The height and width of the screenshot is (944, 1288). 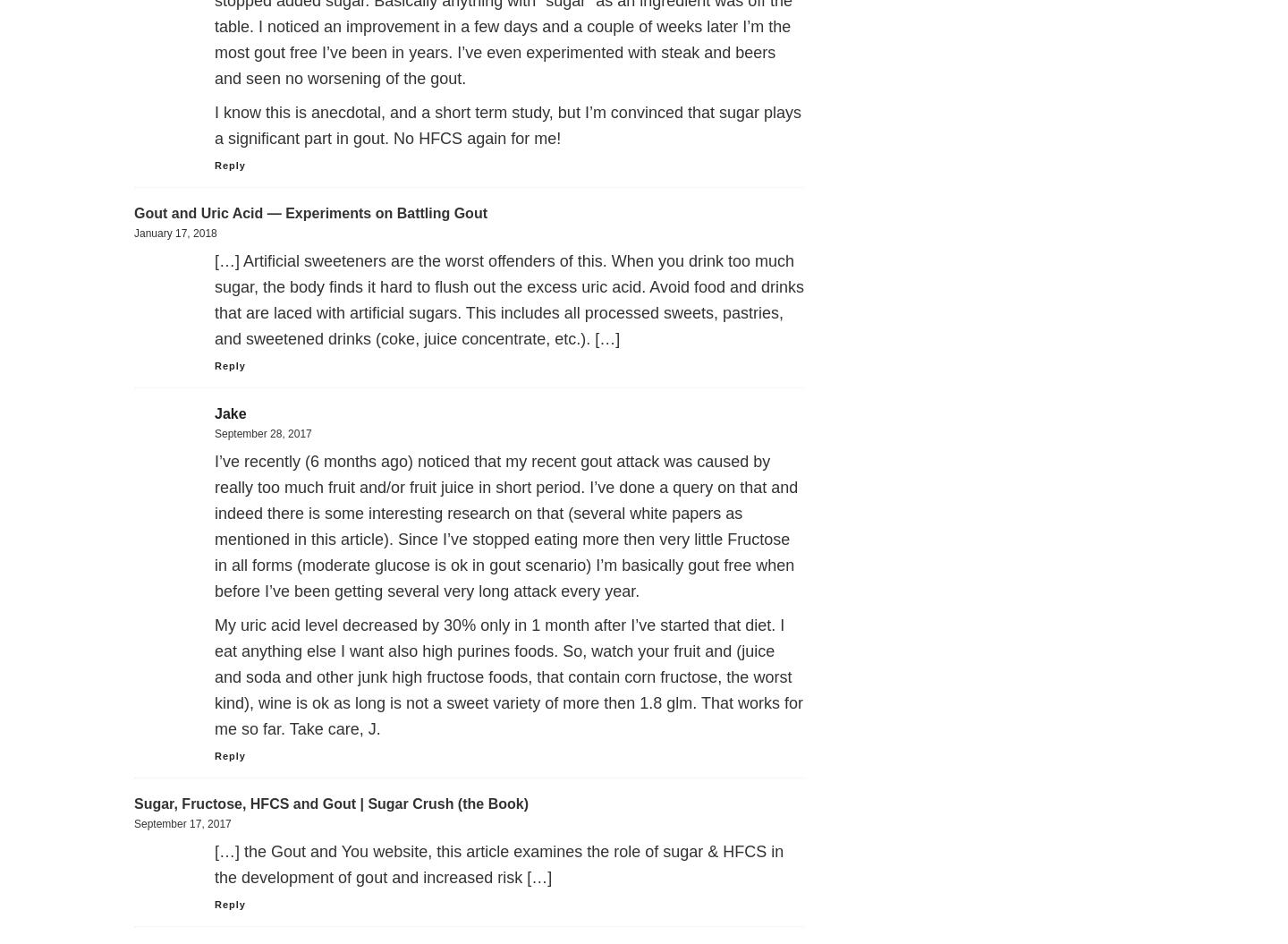 What do you see at coordinates (215, 864) in the screenshot?
I see `'[…] the Gout and You website, this article examines the role of sugar & HFCS in the development of gout and increased risk […]'` at bounding box center [215, 864].